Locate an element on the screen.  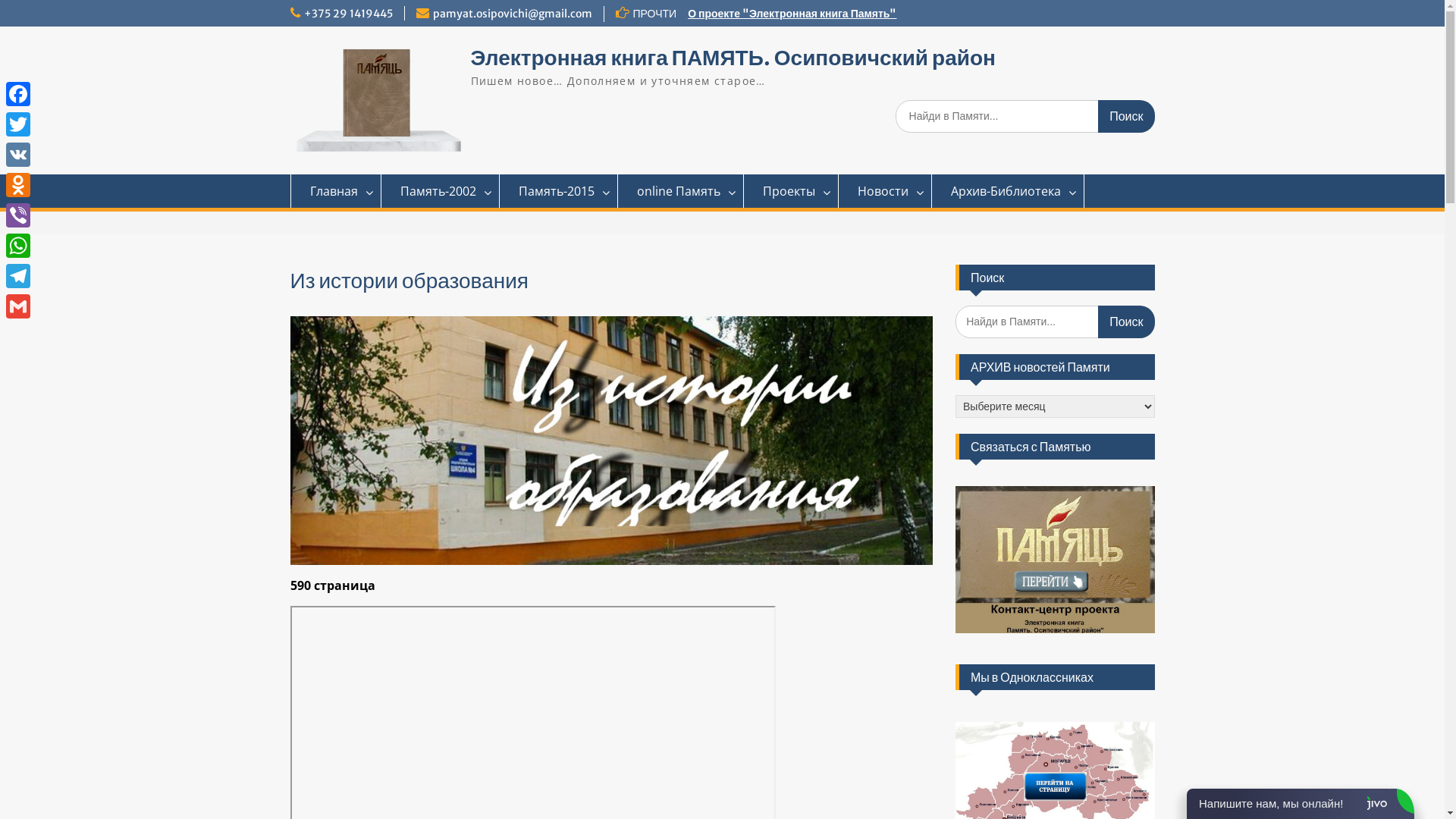
'Viber' is located at coordinates (18, 215).